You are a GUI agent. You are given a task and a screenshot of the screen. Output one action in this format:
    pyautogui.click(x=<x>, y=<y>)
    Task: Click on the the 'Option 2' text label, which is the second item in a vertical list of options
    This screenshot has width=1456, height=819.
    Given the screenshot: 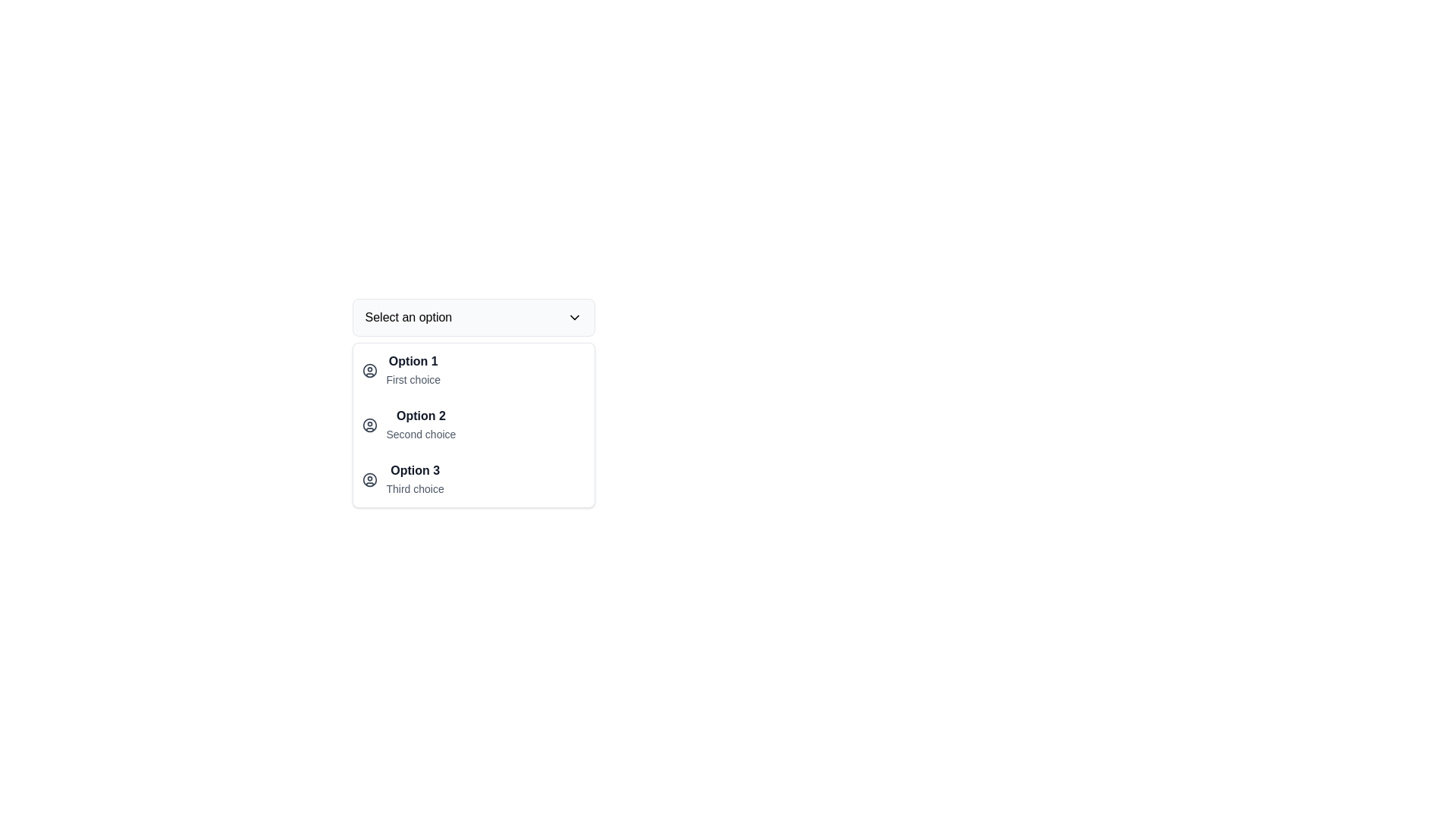 What is the action you would take?
    pyautogui.click(x=421, y=425)
    